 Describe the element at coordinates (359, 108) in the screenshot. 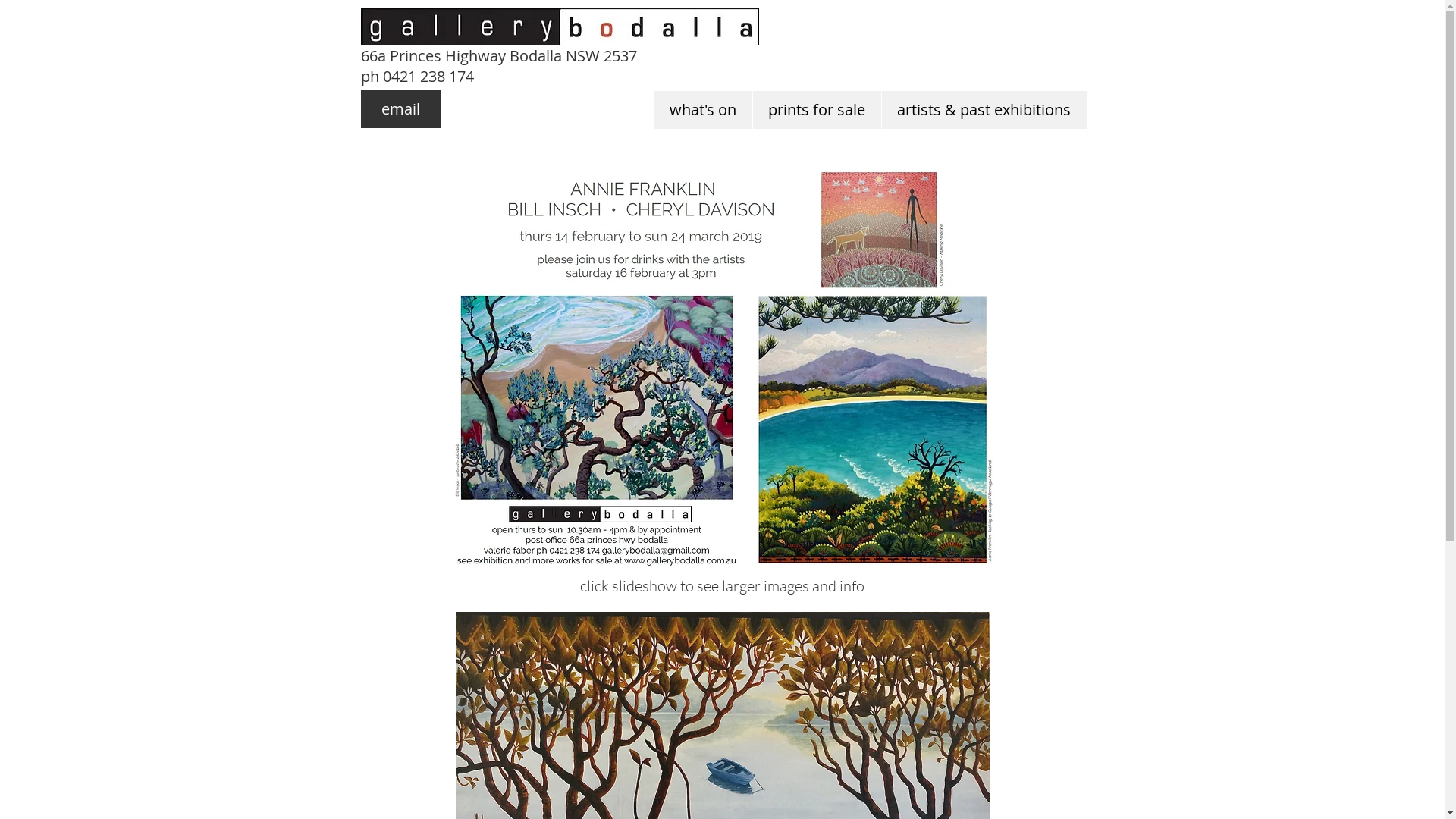

I see `'email'` at that location.